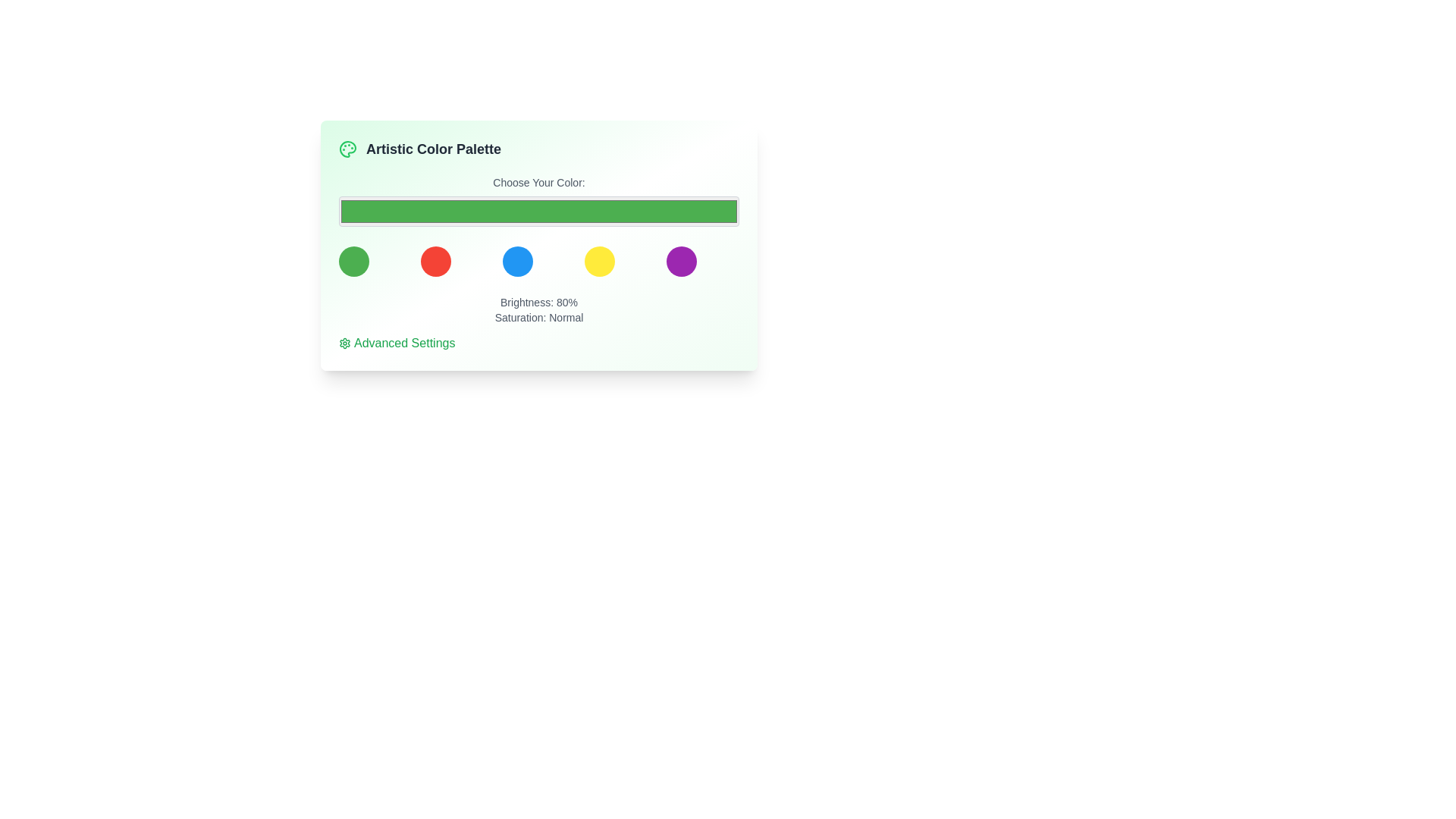 This screenshot has width=1456, height=819. Describe the element at coordinates (347, 149) in the screenshot. I see `the small light green artist's palette icon located to the left of the 'Artistic Color Palette' title in the header section` at that location.